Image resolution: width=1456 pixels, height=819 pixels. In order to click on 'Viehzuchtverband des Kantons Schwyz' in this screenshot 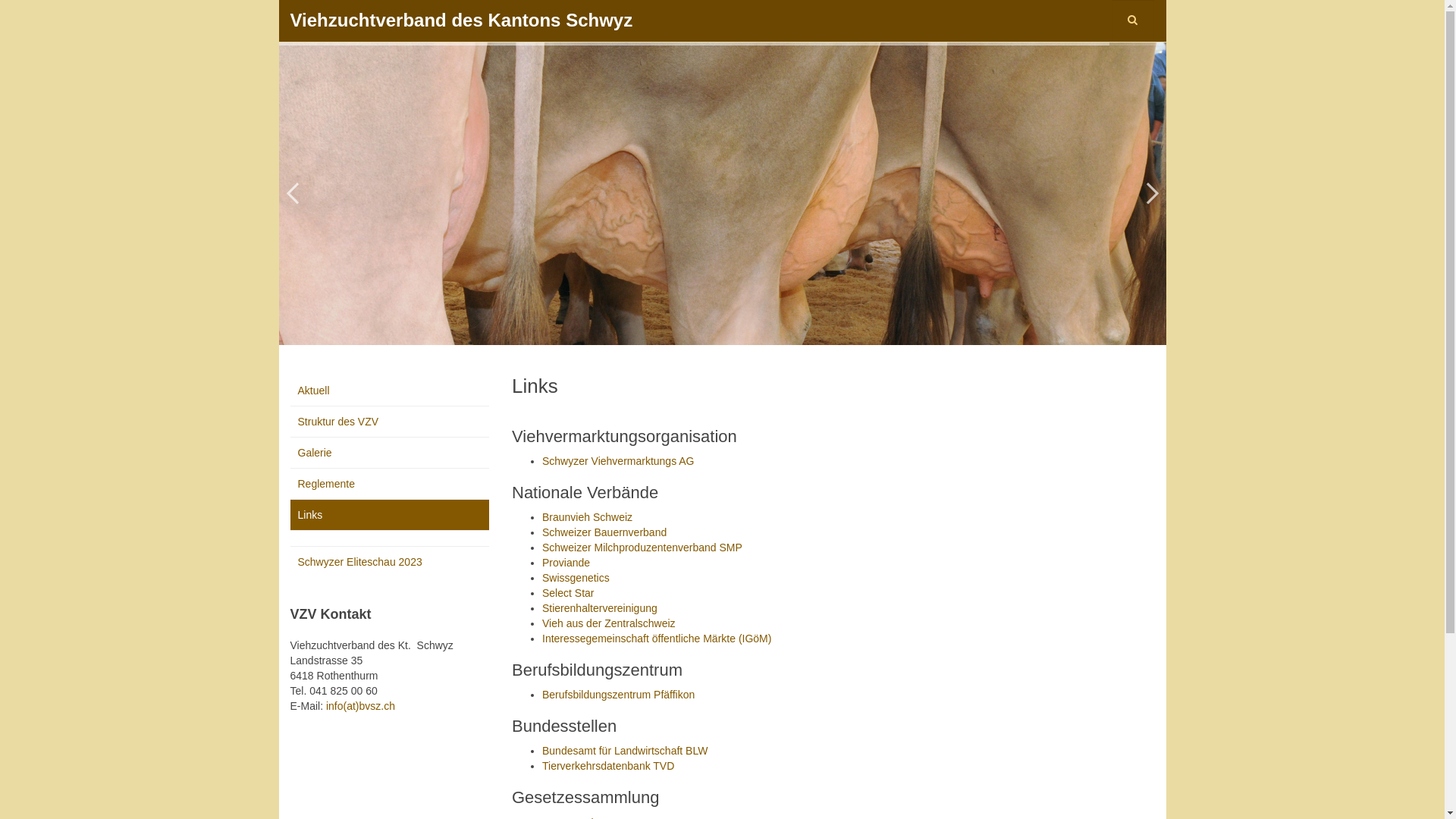, I will do `click(460, 14)`.